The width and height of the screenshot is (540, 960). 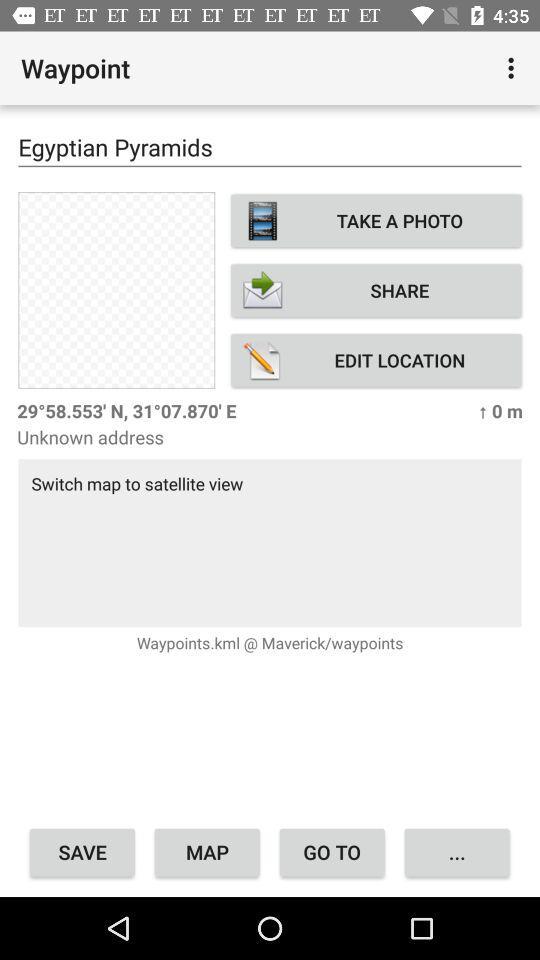 What do you see at coordinates (457, 851) in the screenshot?
I see `...` at bounding box center [457, 851].